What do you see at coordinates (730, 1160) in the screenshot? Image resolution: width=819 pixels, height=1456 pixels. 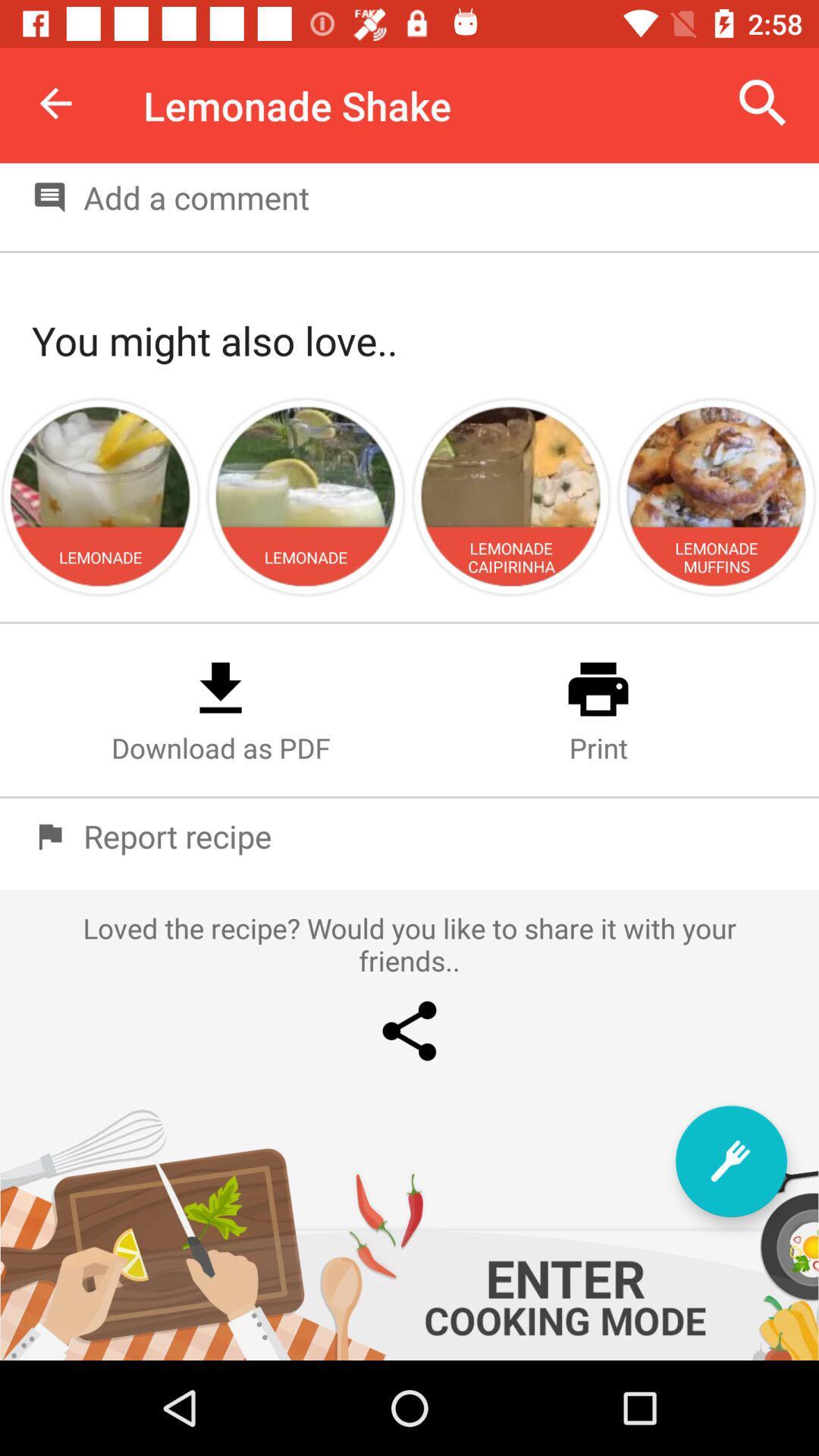 I see `item` at bounding box center [730, 1160].